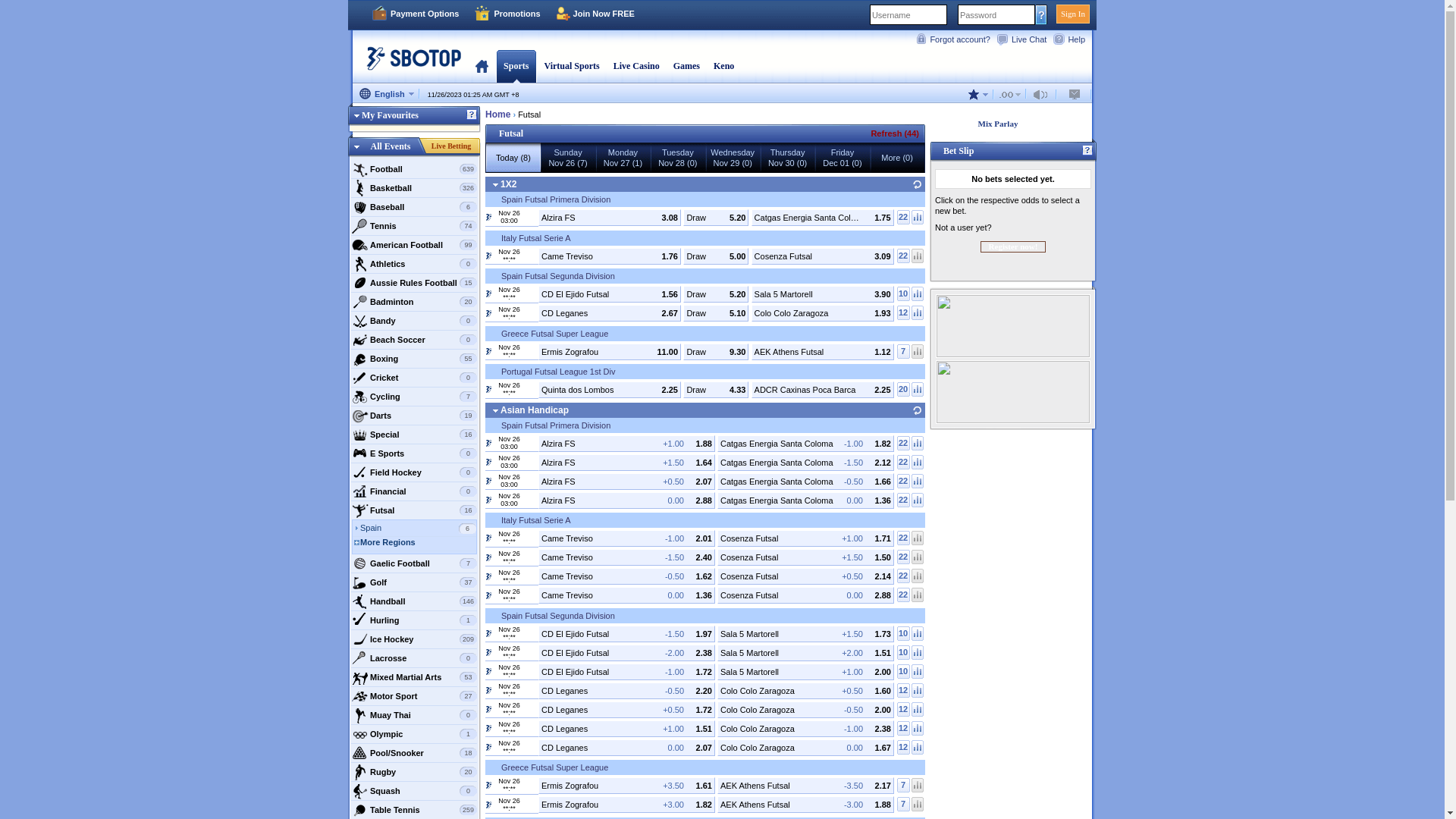 This screenshot has width=1456, height=819. What do you see at coordinates (626, 708) in the screenshot?
I see `'1.72` at bounding box center [626, 708].